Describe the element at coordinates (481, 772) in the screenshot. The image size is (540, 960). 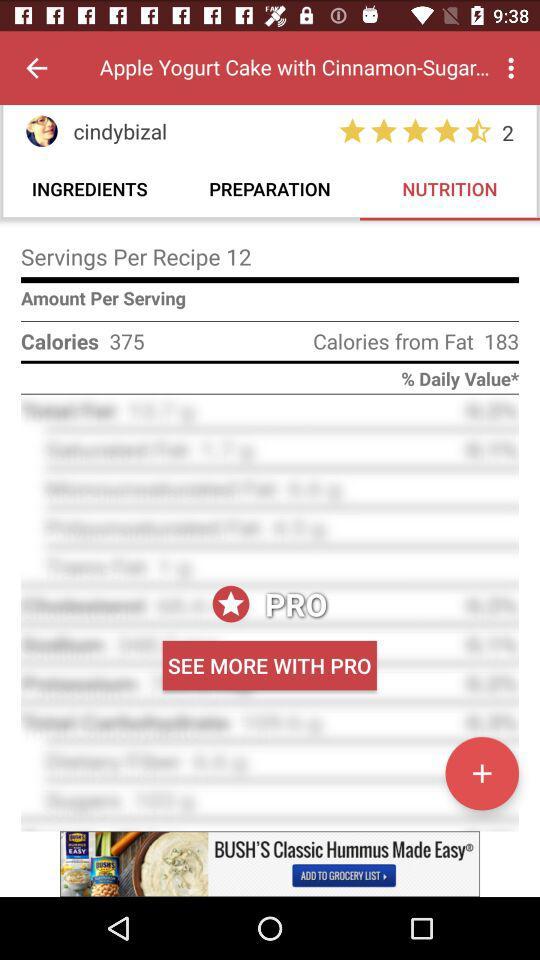
I see `the add icon` at that location.